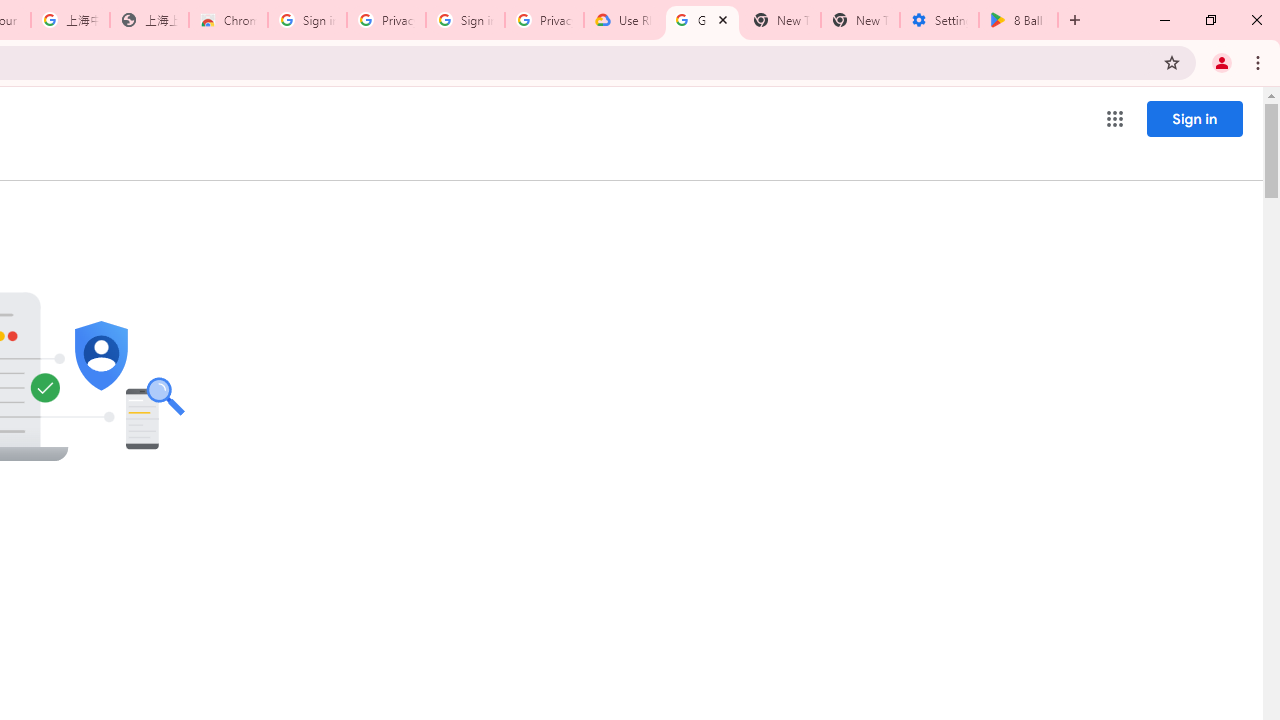 The height and width of the screenshot is (720, 1280). Describe the element at coordinates (1113, 119) in the screenshot. I see `'Google apps'` at that location.